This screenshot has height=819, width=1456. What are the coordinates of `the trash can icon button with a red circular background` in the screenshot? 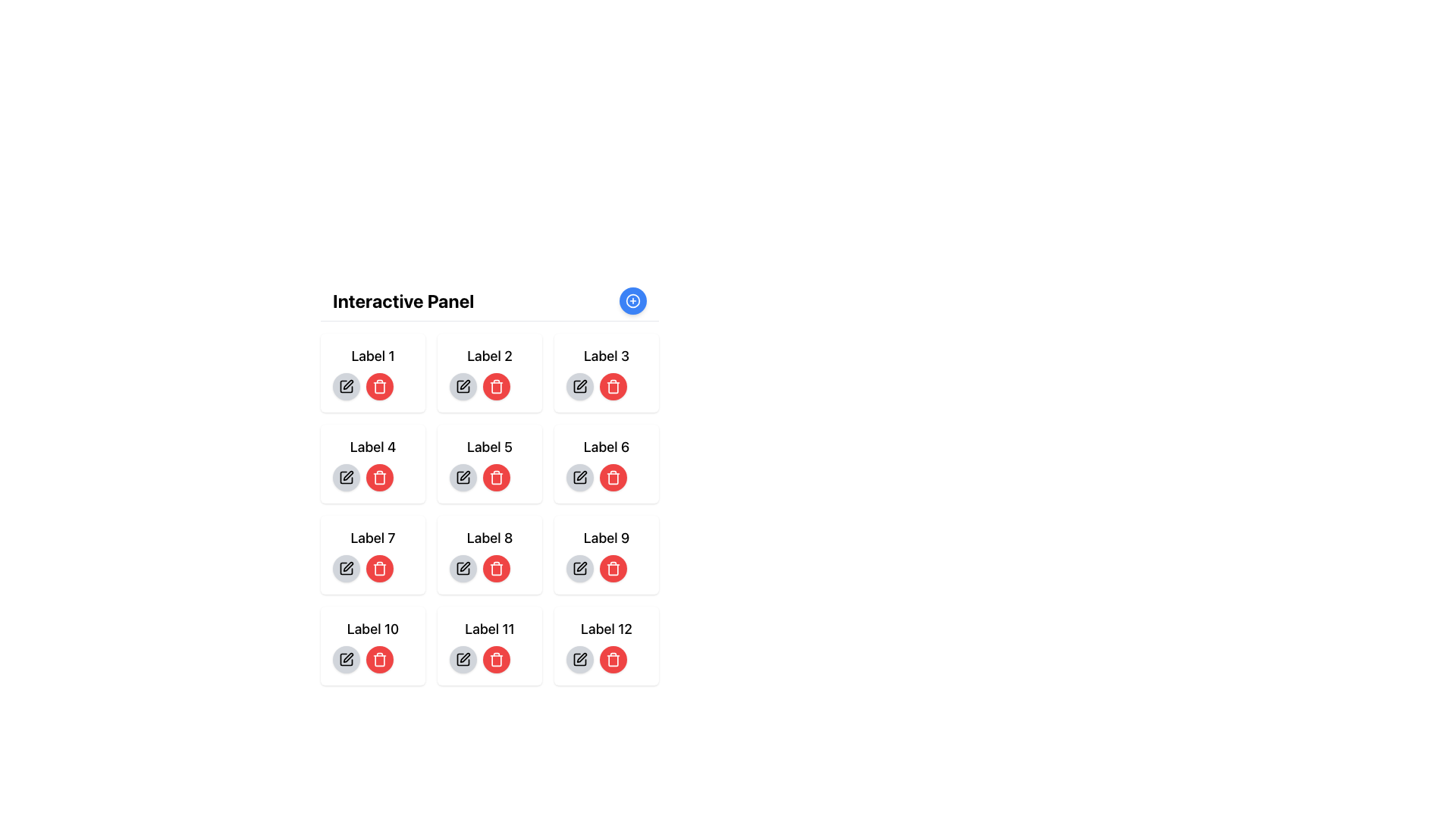 It's located at (496, 659).